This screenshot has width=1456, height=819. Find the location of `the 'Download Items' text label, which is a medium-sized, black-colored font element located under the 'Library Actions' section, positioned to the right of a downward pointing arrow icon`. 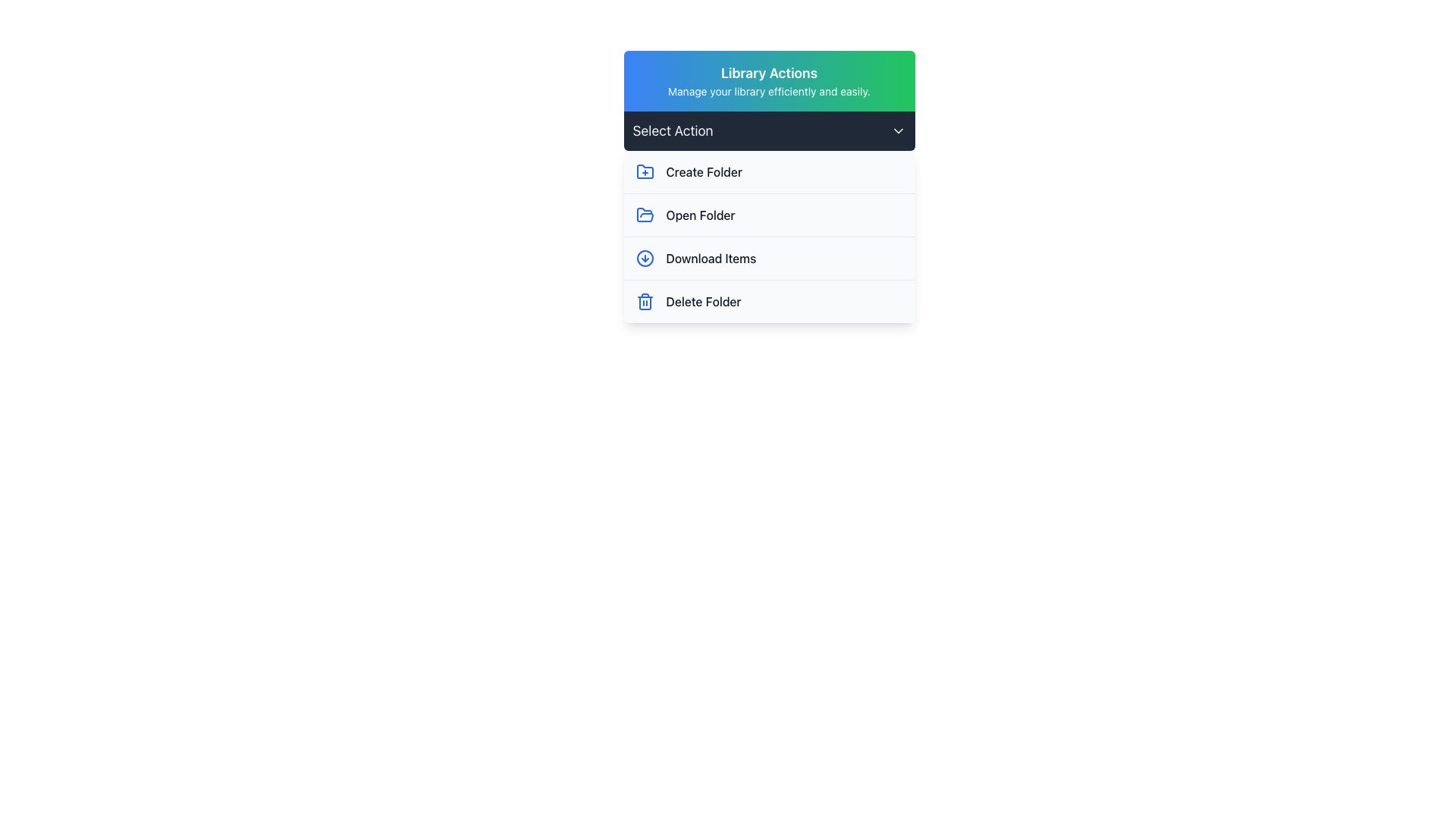

the 'Download Items' text label, which is a medium-sized, black-colored font element located under the 'Library Actions' section, positioned to the right of a downward pointing arrow icon is located at coordinates (710, 257).